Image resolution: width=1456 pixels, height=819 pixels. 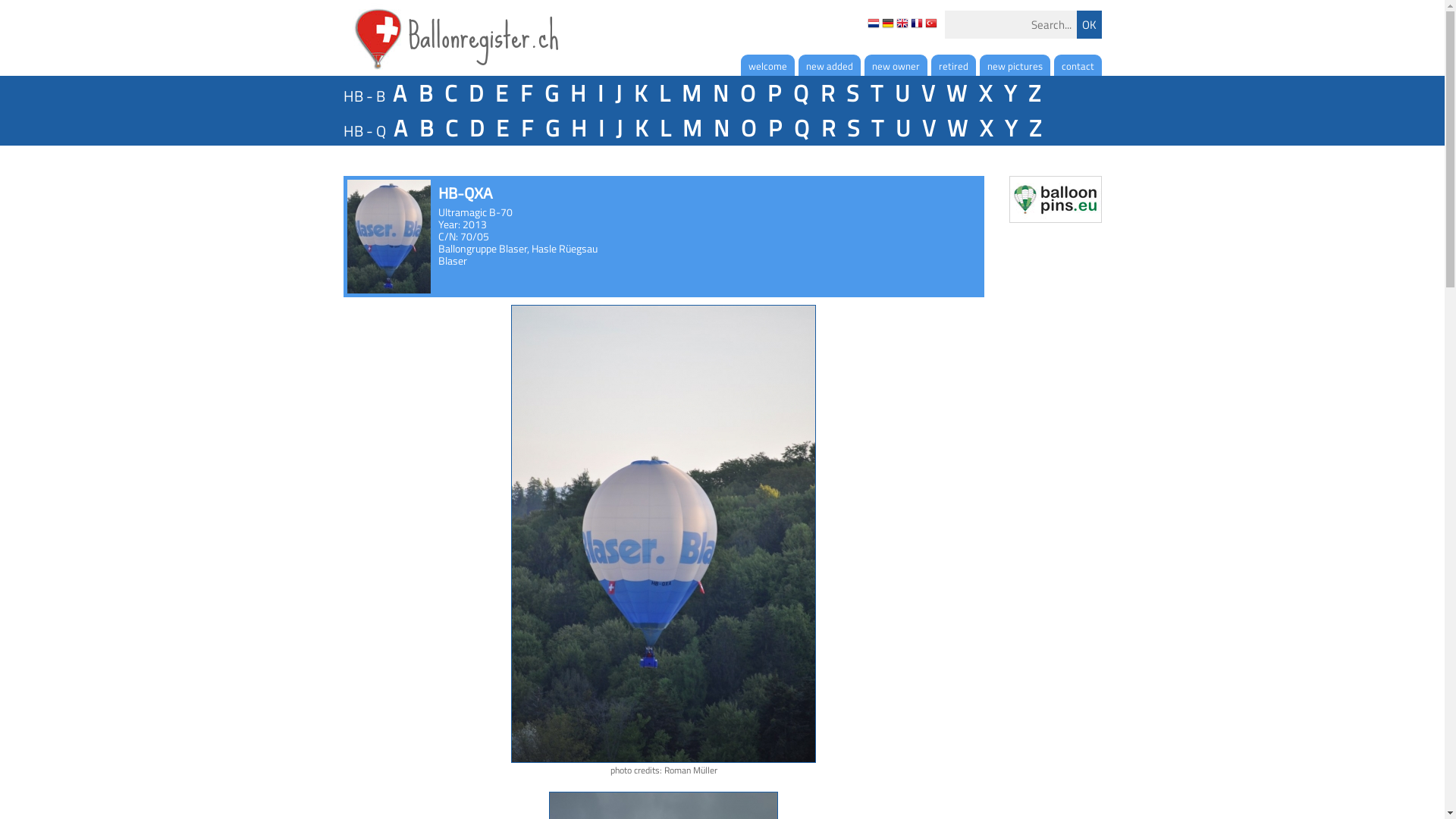 What do you see at coordinates (500, 93) in the screenshot?
I see `'E'` at bounding box center [500, 93].